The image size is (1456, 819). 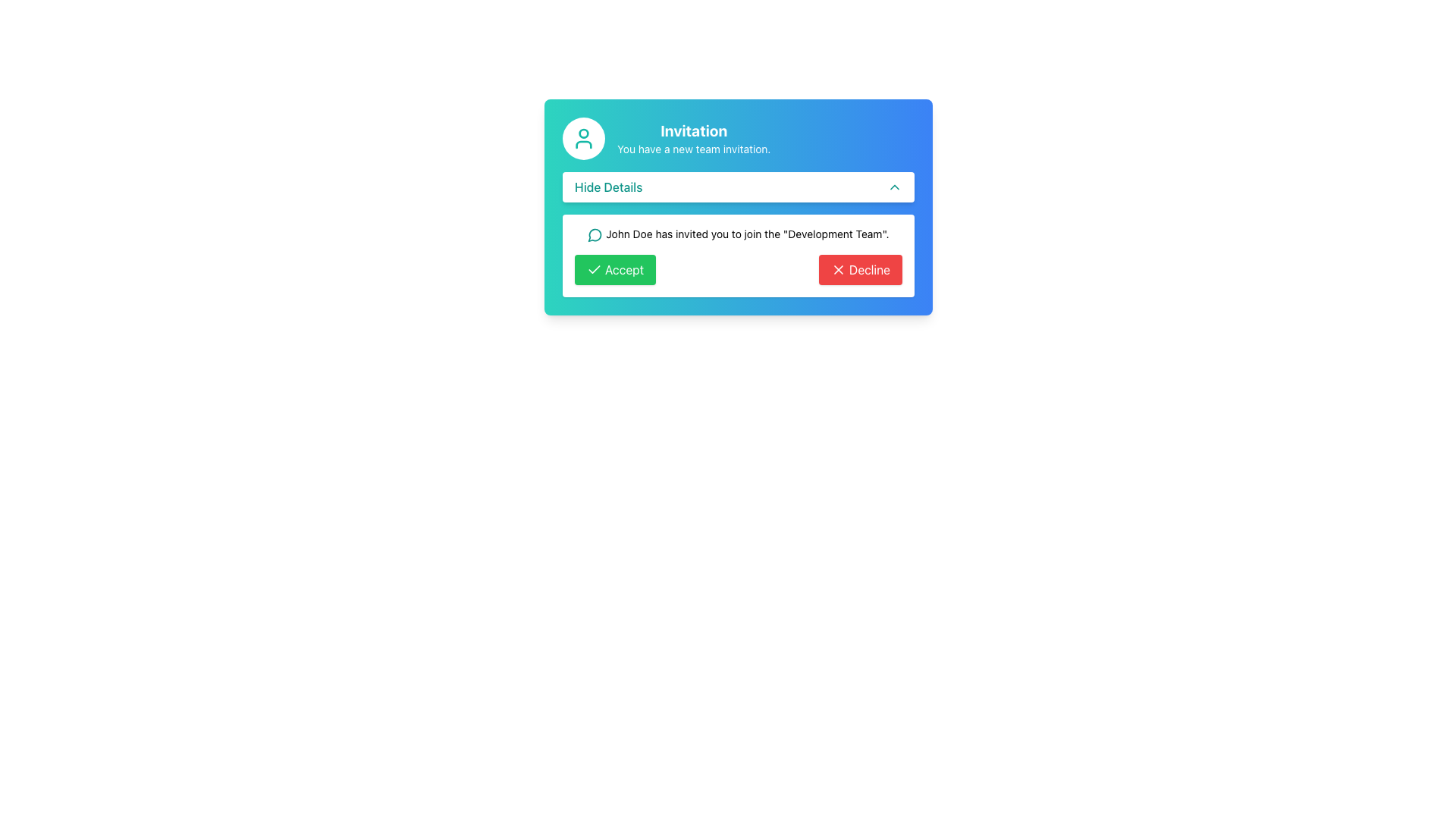 I want to click on the upward-pointing chevron icon located at the far right end of the 'Hide Details' bar, so click(x=895, y=186).